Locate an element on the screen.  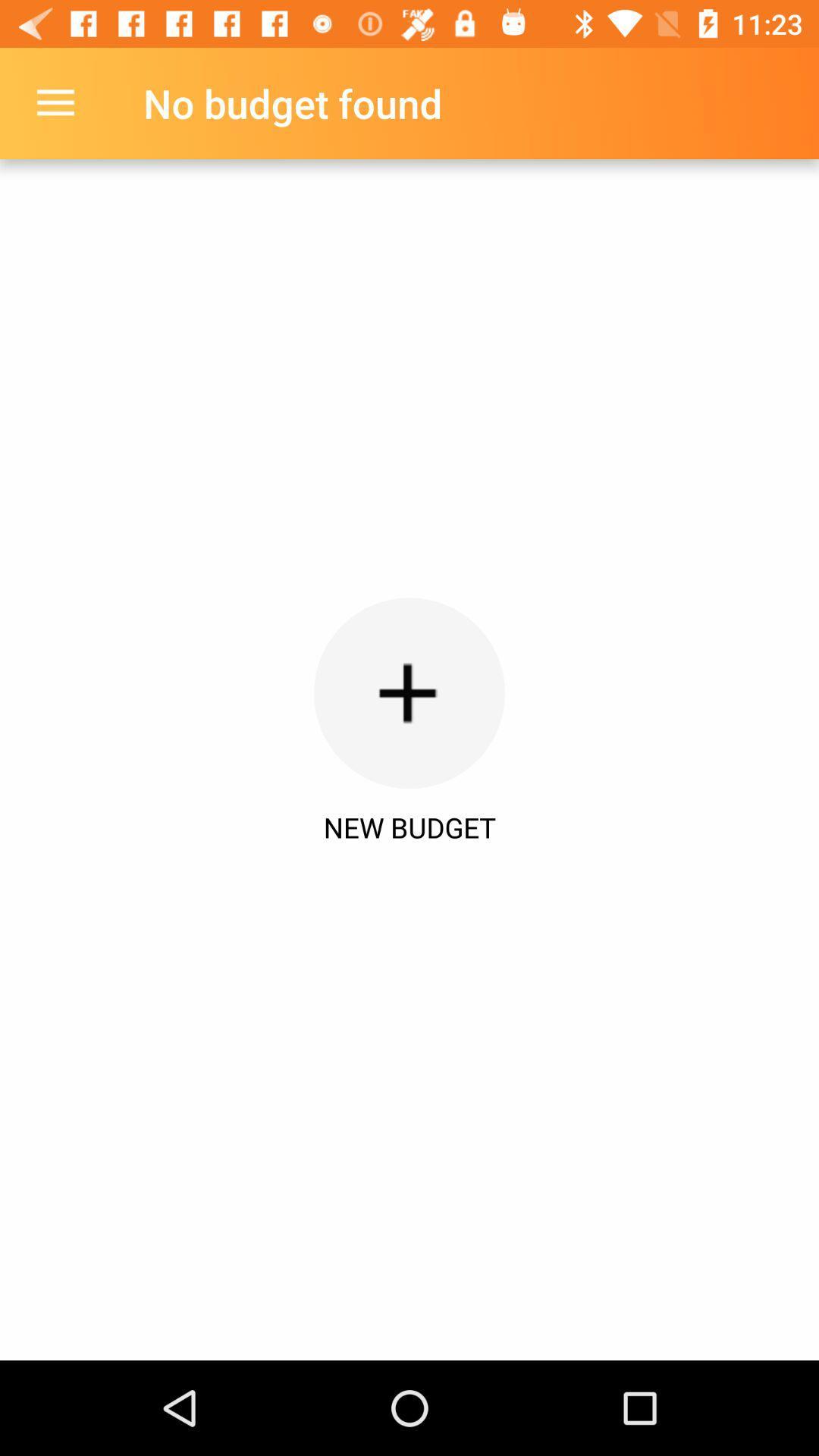
new budget item is located at coordinates (409, 827).